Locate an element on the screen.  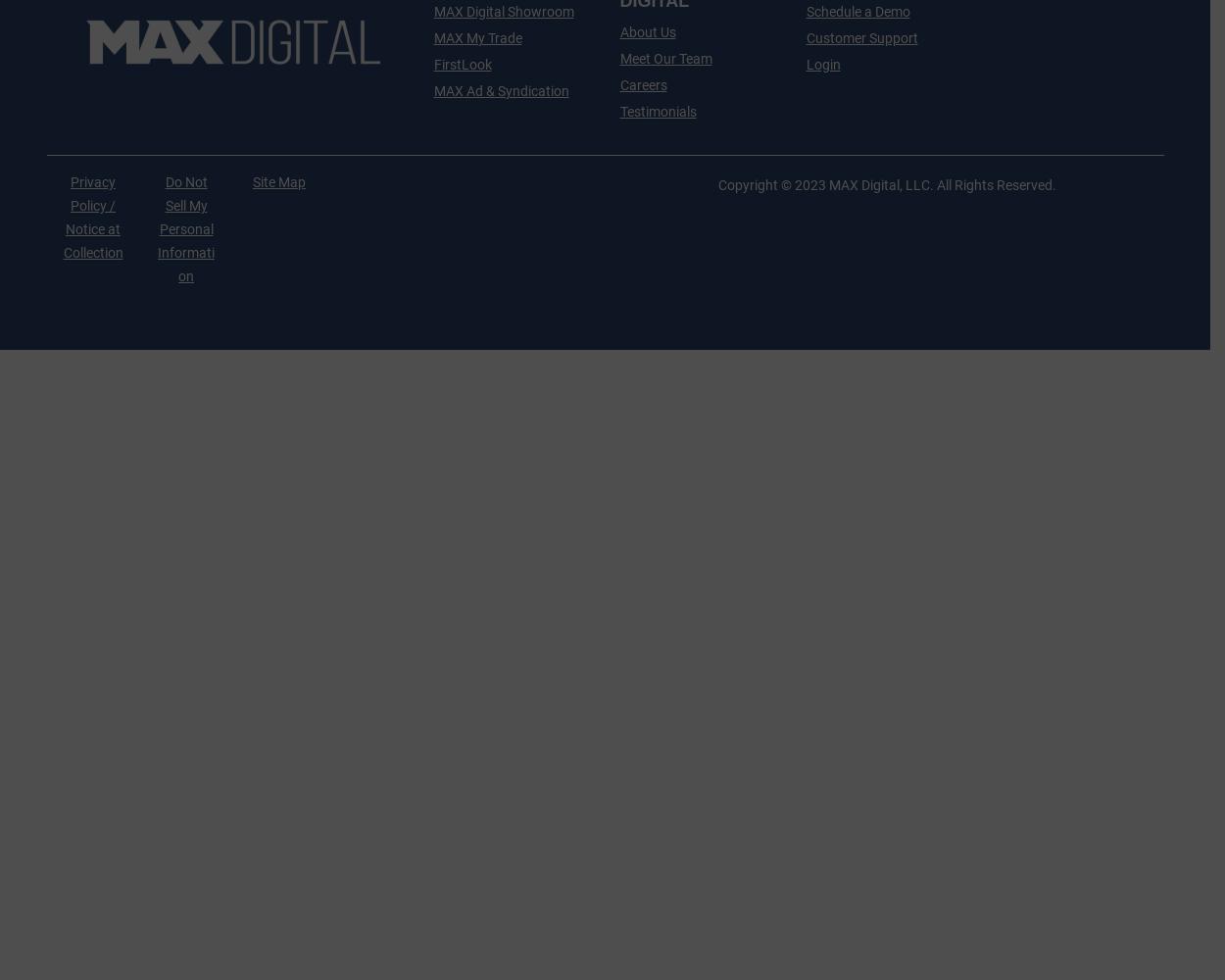
'MAX Ad & Syndication' is located at coordinates (501, 89).